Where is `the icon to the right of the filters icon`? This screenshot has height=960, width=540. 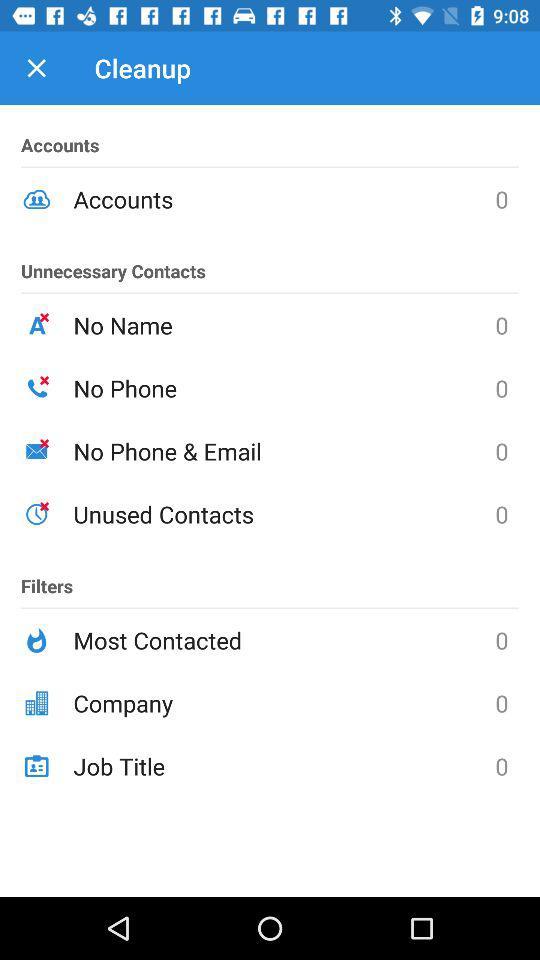
the icon to the right of the filters icon is located at coordinates (283, 639).